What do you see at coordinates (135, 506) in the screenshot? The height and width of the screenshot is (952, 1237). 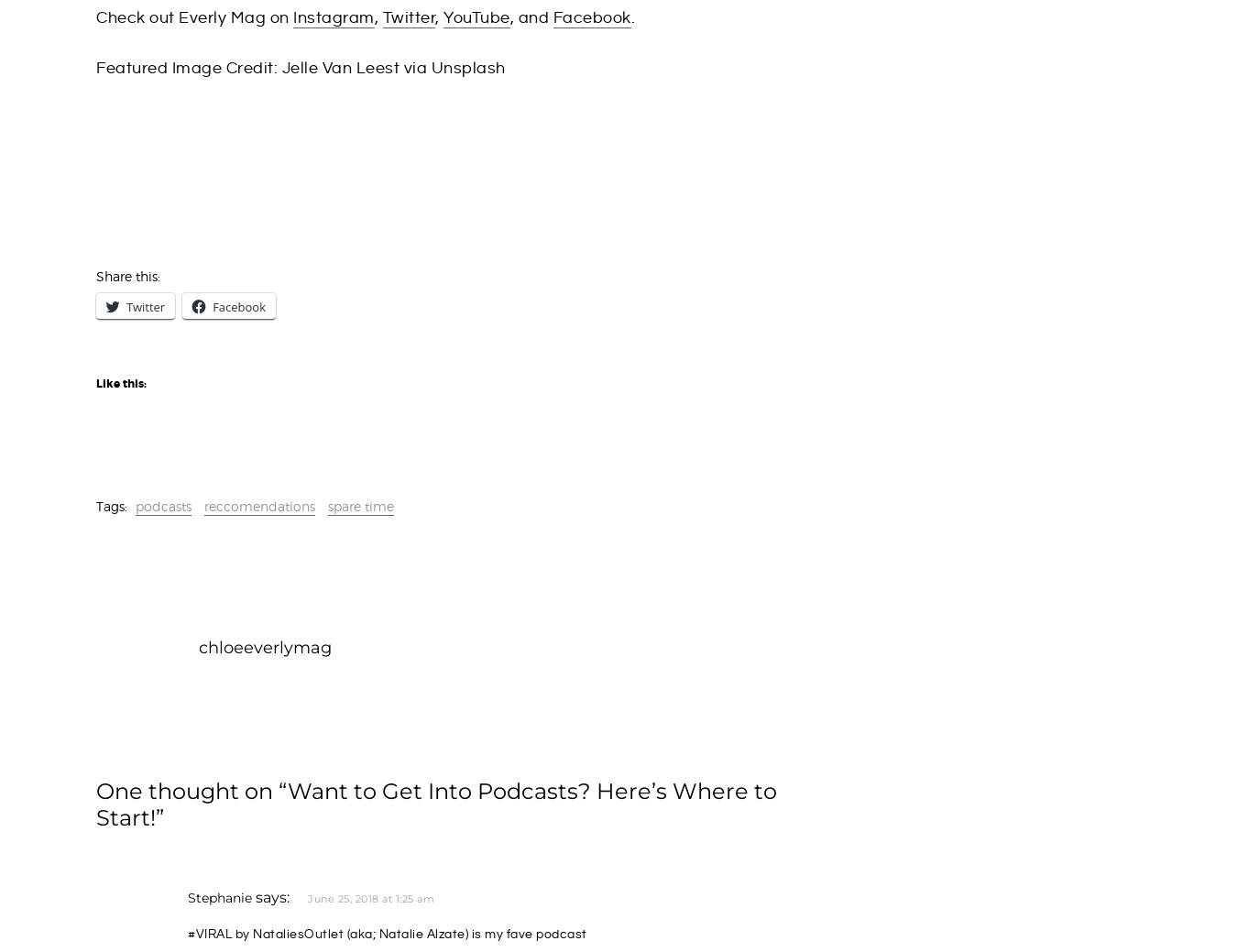 I see `'podcasts'` at bounding box center [135, 506].